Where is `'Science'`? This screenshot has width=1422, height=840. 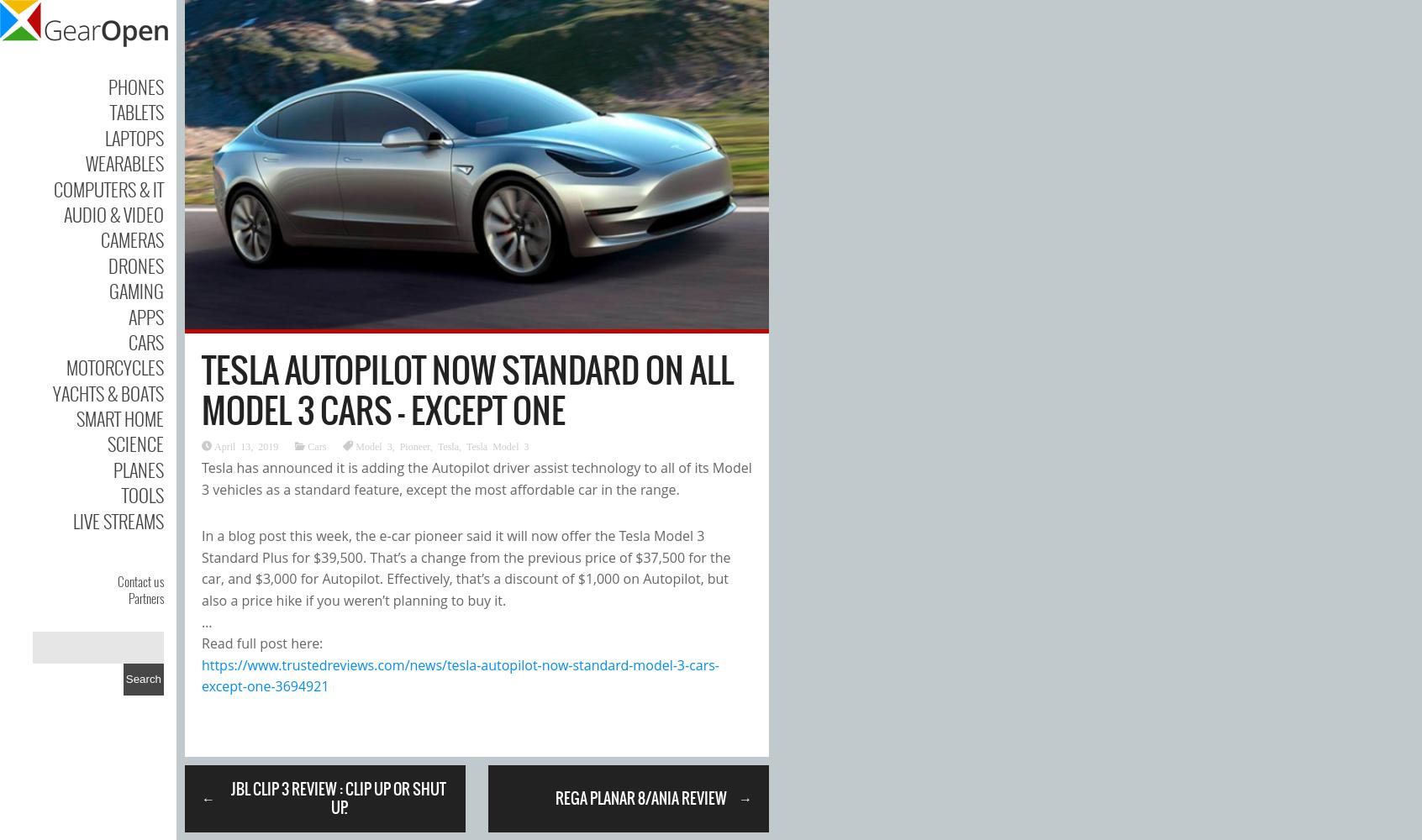 'Science' is located at coordinates (134, 444).